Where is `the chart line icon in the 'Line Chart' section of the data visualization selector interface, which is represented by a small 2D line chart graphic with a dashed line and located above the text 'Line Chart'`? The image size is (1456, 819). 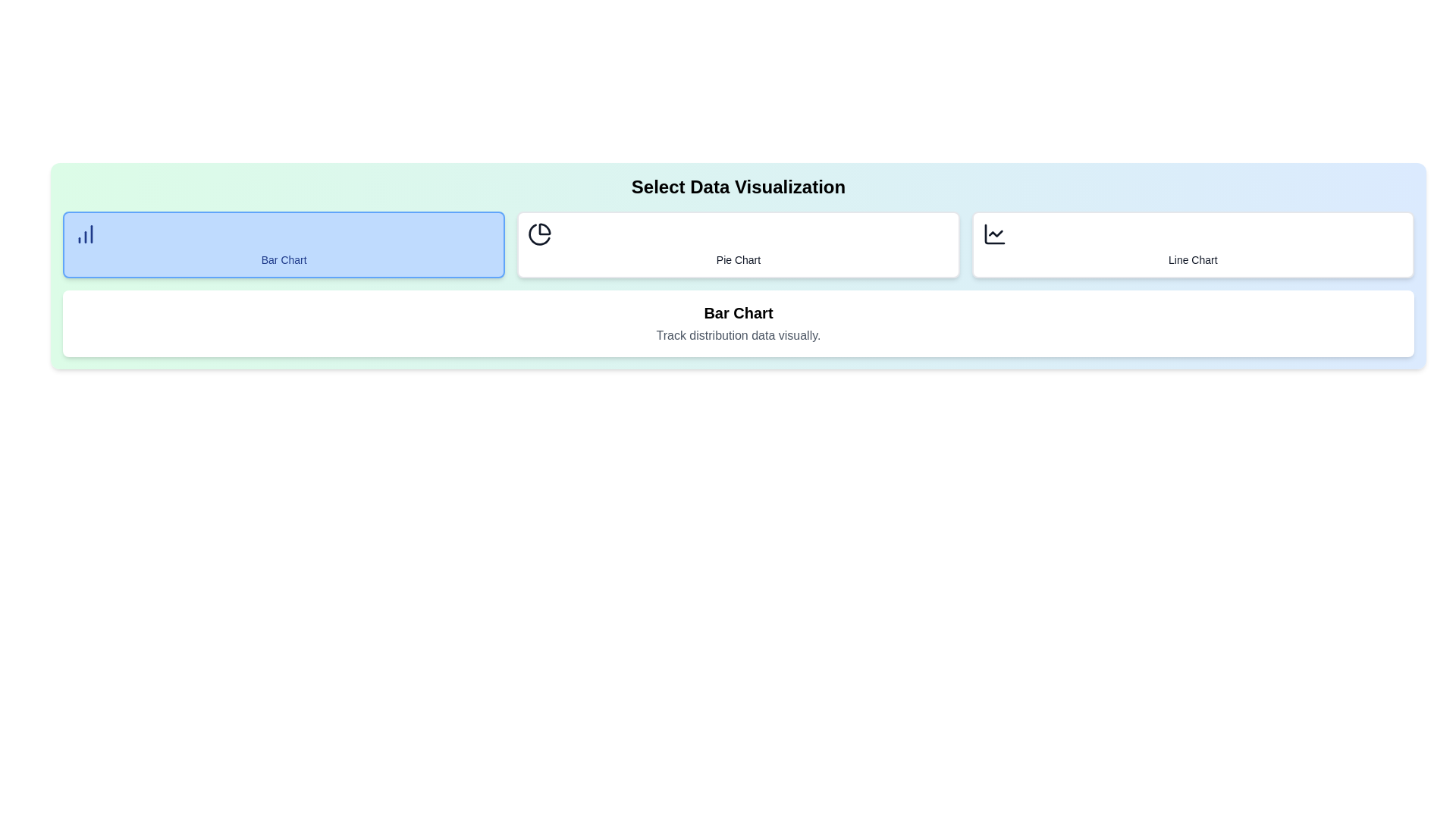 the chart line icon in the 'Line Chart' section of the data visualization selector interface, which is represented by a small 2D line chart graphic with a dashed line and located above the text 'Line Chart' is located at coordinates (994, 234).